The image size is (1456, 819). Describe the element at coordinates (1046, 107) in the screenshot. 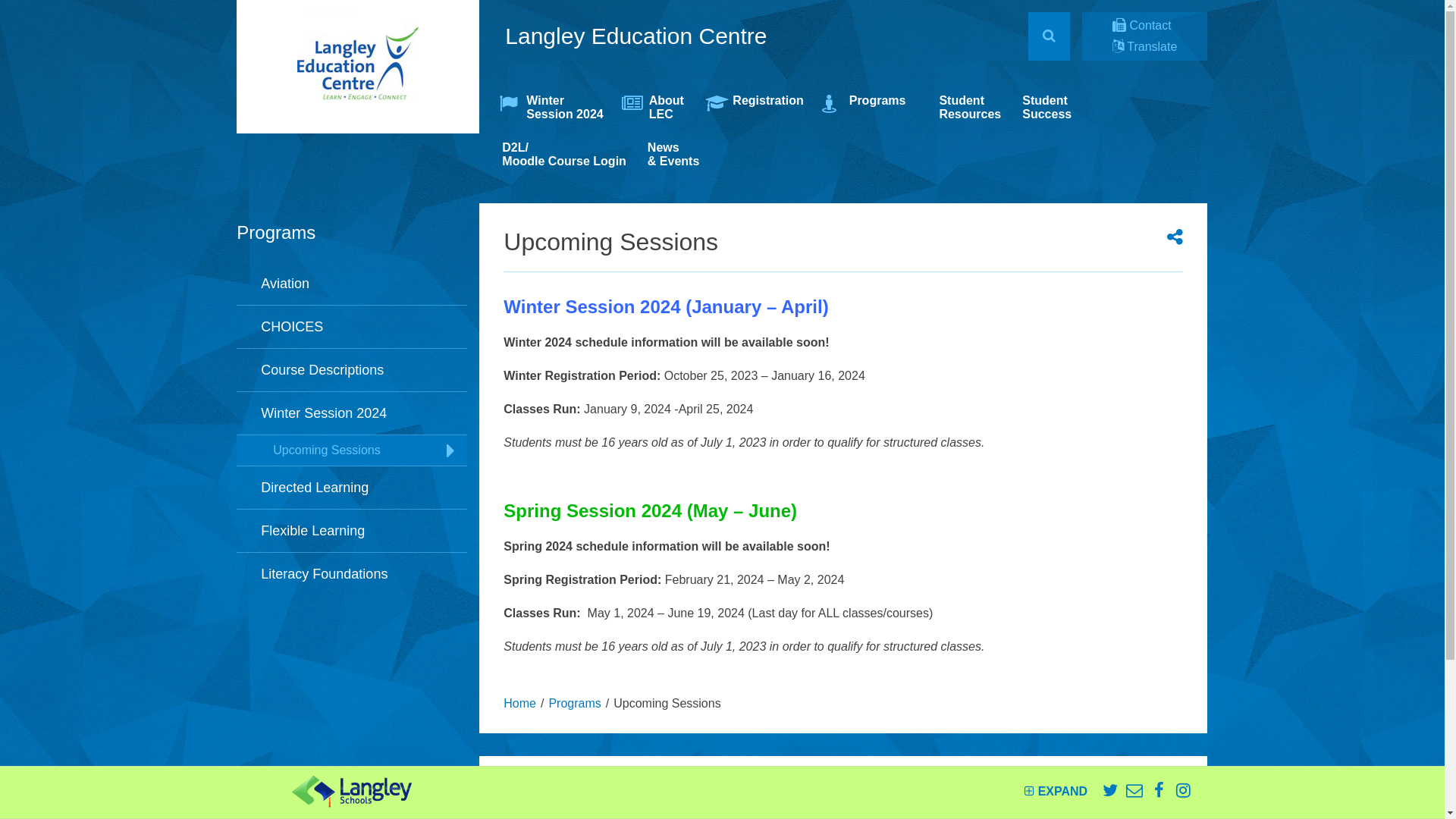

I see `'Student` at that location.